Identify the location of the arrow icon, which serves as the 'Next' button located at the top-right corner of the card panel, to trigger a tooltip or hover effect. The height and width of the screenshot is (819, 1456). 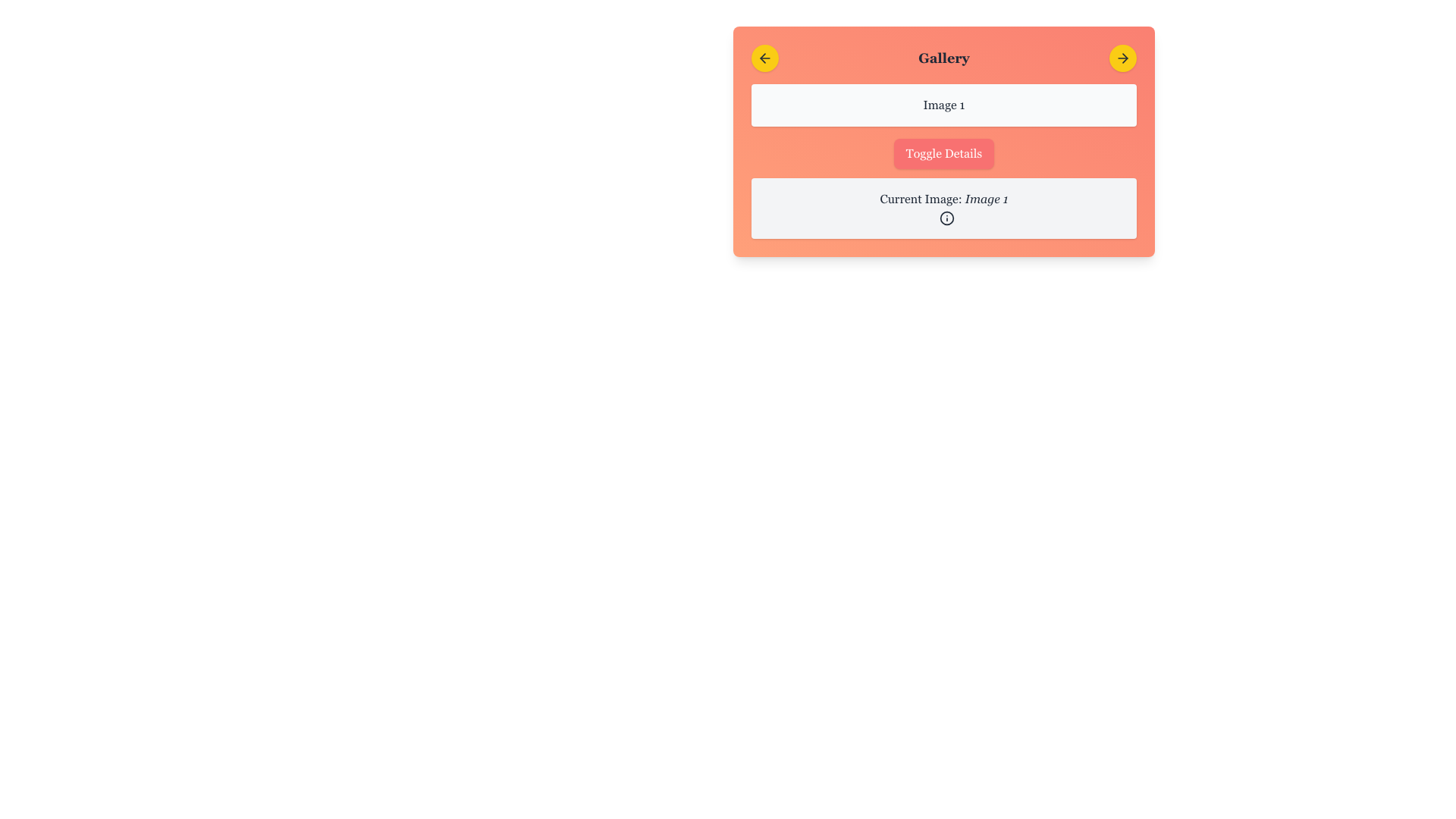
(1122, 58).